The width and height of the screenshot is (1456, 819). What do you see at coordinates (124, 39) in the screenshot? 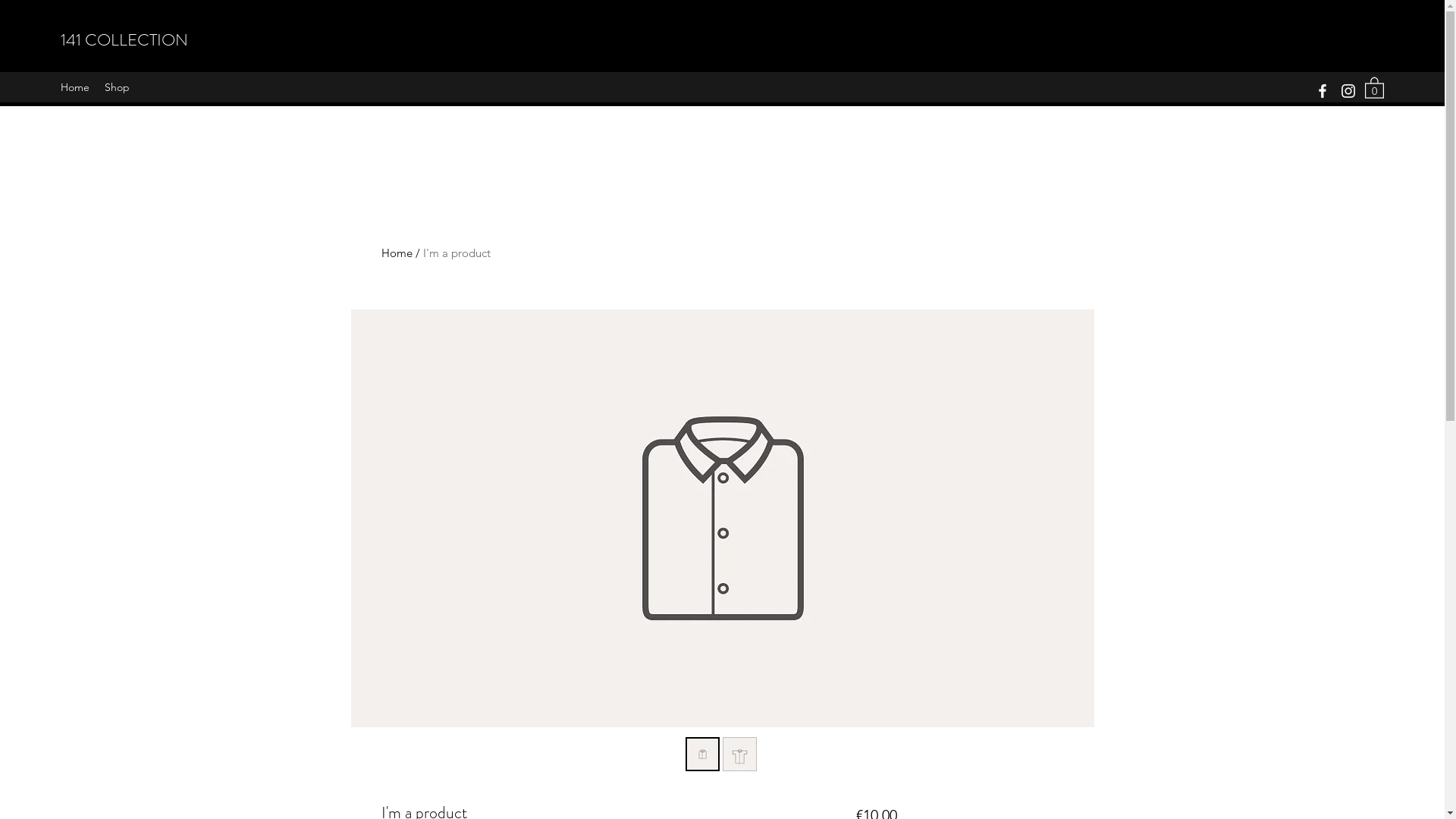
I see `'141 COLLECTION'` at bounding box center [124, 39].